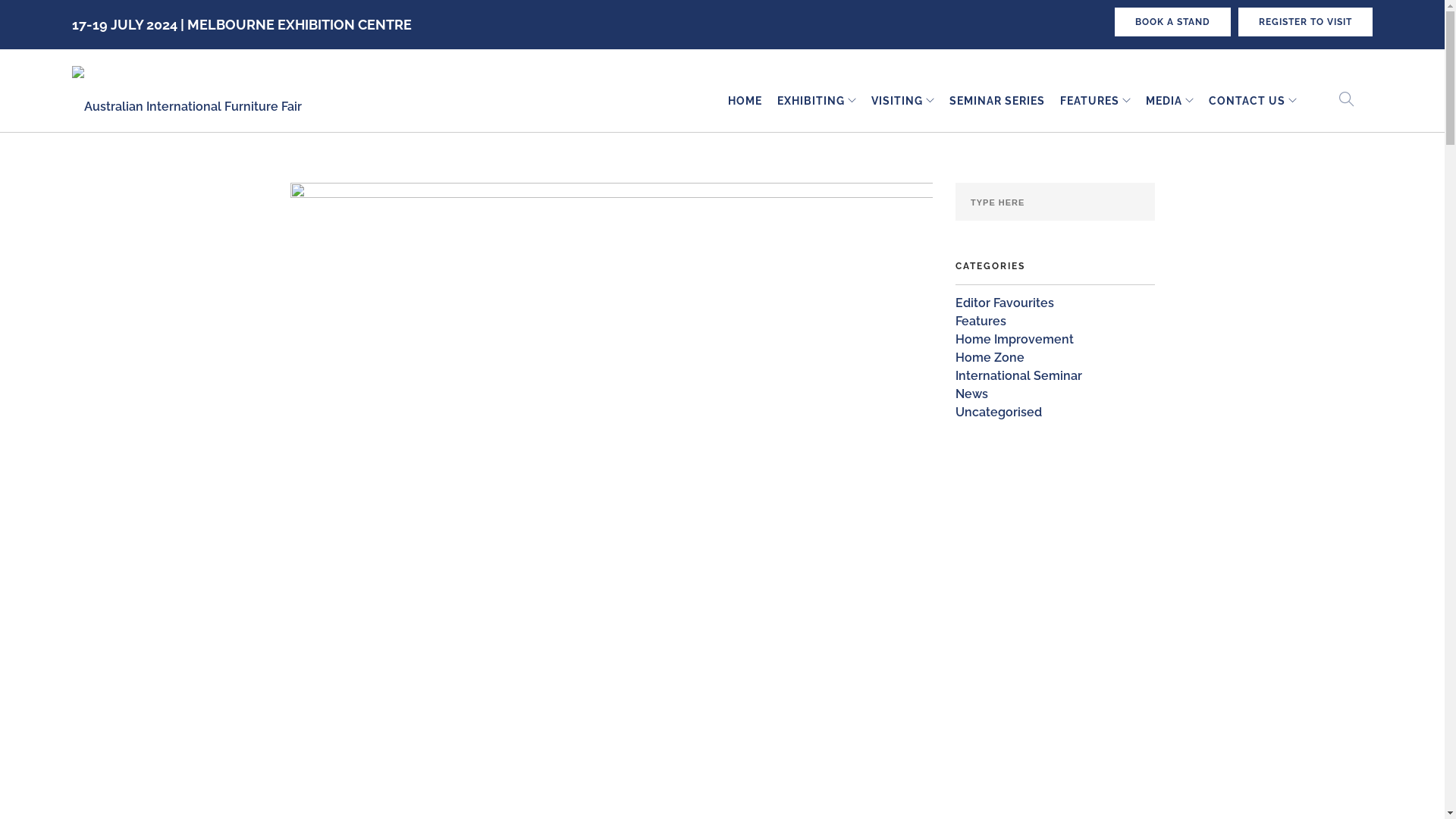 The image size is (1456, 819). I want to click on 'Uncategorised', so click(998, 412).